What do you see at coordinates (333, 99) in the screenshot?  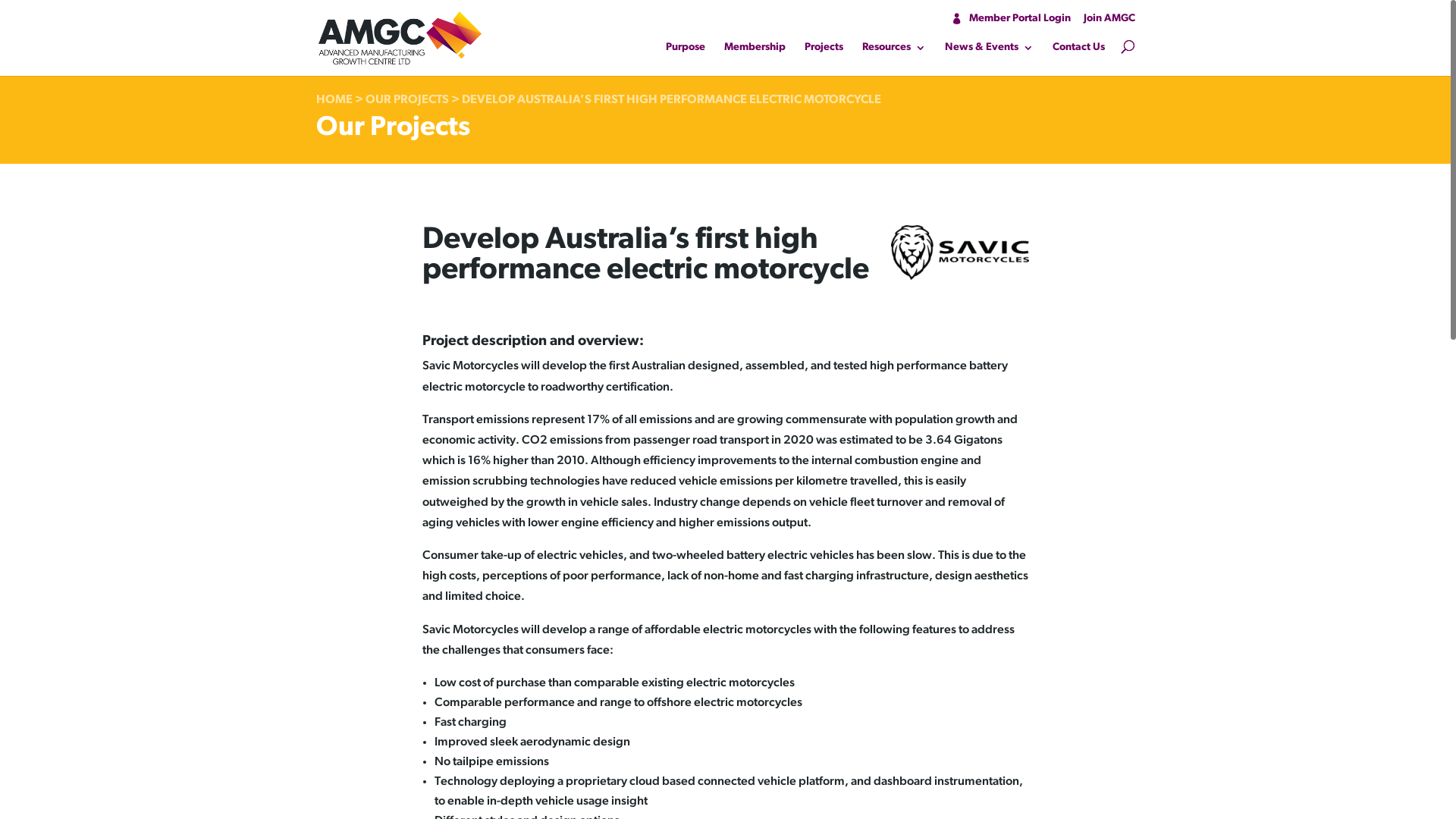 I see `'HOME'` at bounding box center [333, 99].